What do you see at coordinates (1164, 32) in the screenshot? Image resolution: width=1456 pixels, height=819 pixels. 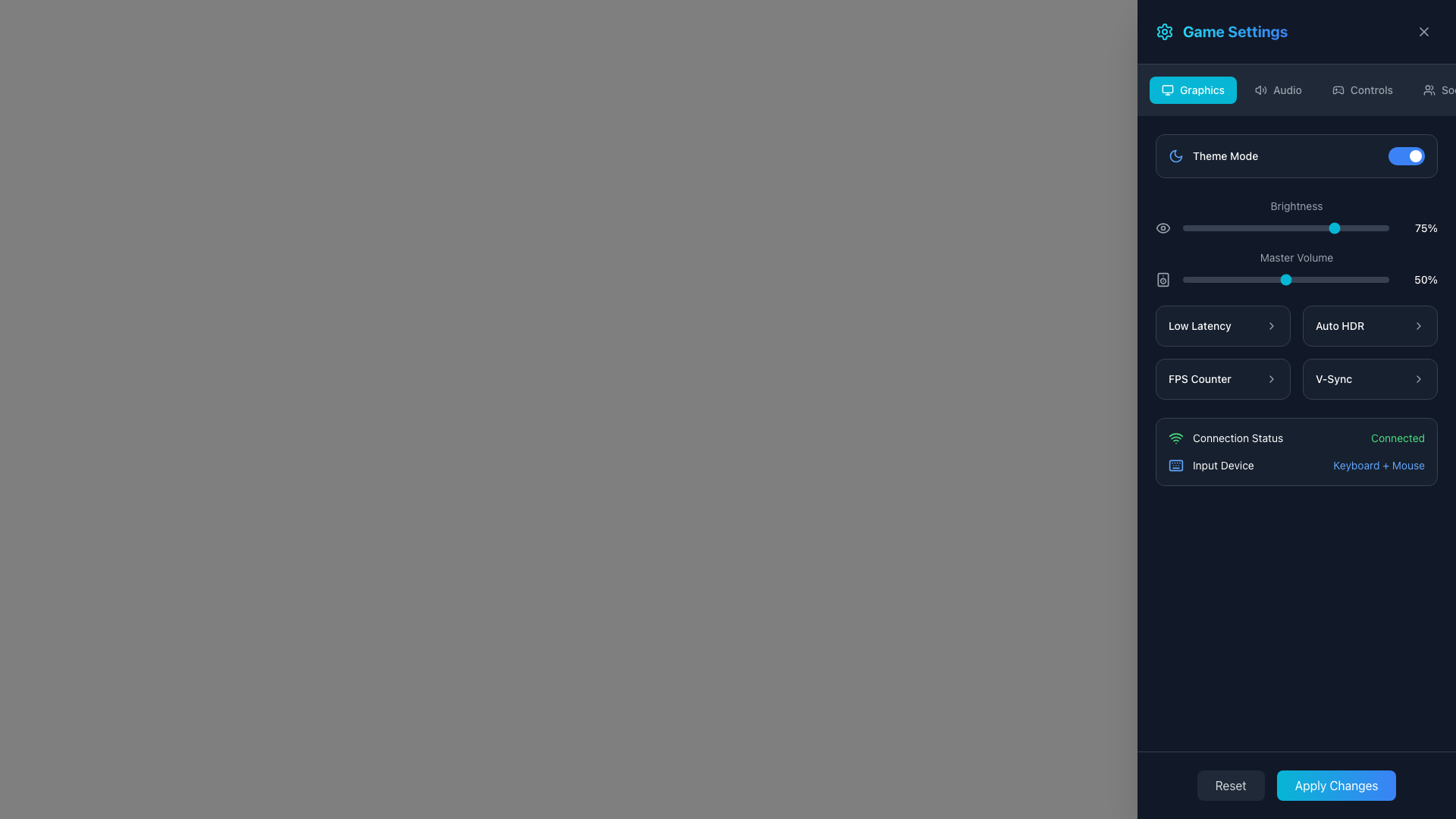 I see `the gear-shaped icon with a cyan outline located to the left of the 'Game Settings' title` at bounding box center [1164, 32].